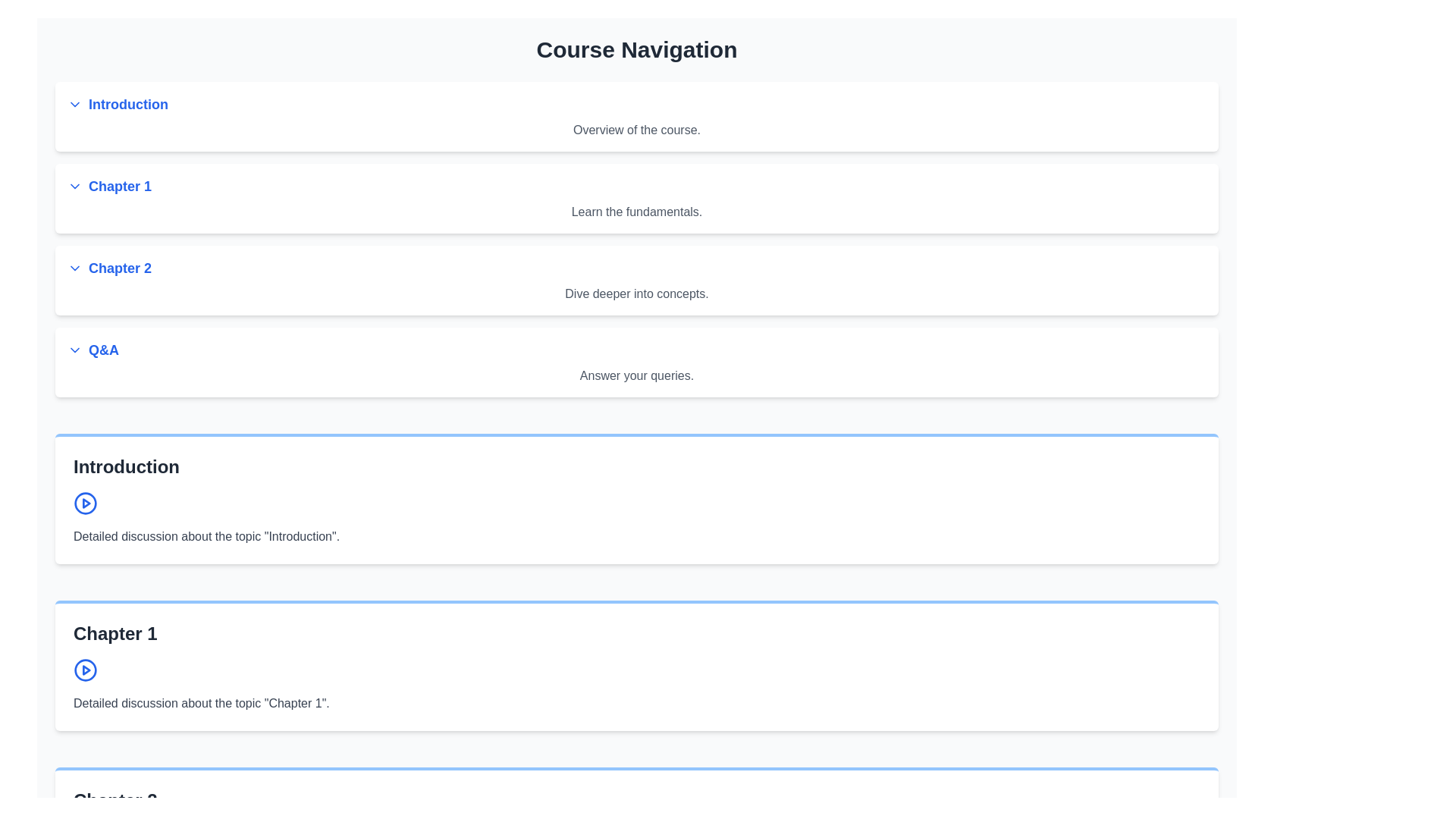 The height and width of the screenshot is (819, 1456). Describe the element at coordinates (128, 104) in the screenshot. I see `the 'Introduction' text label in the navigation menu` at that location.